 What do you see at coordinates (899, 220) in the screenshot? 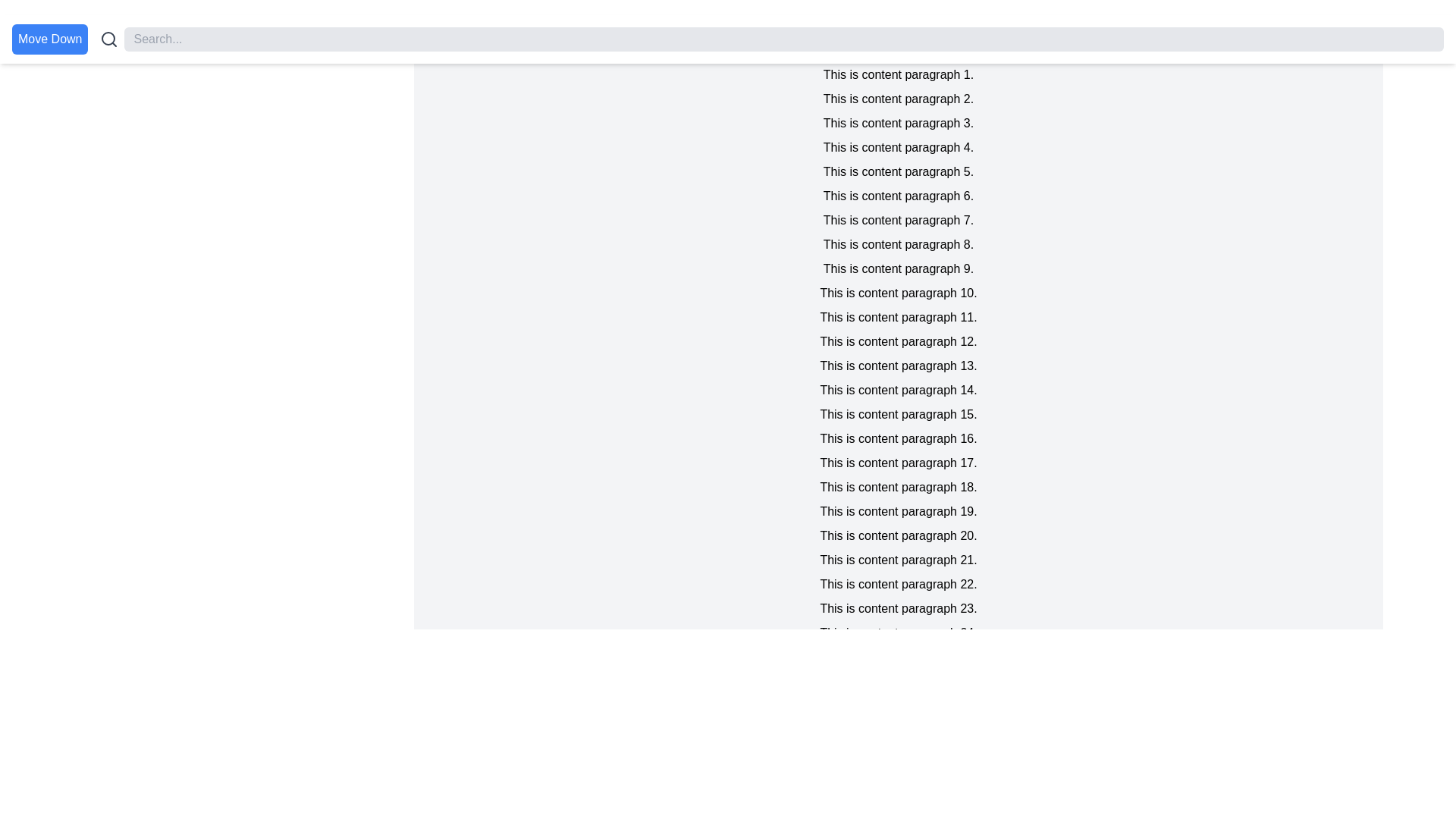
I see `text displayed in the seventh paragraph, which is 'This is content paragraph 7.'` at bounding box center [899, 220].